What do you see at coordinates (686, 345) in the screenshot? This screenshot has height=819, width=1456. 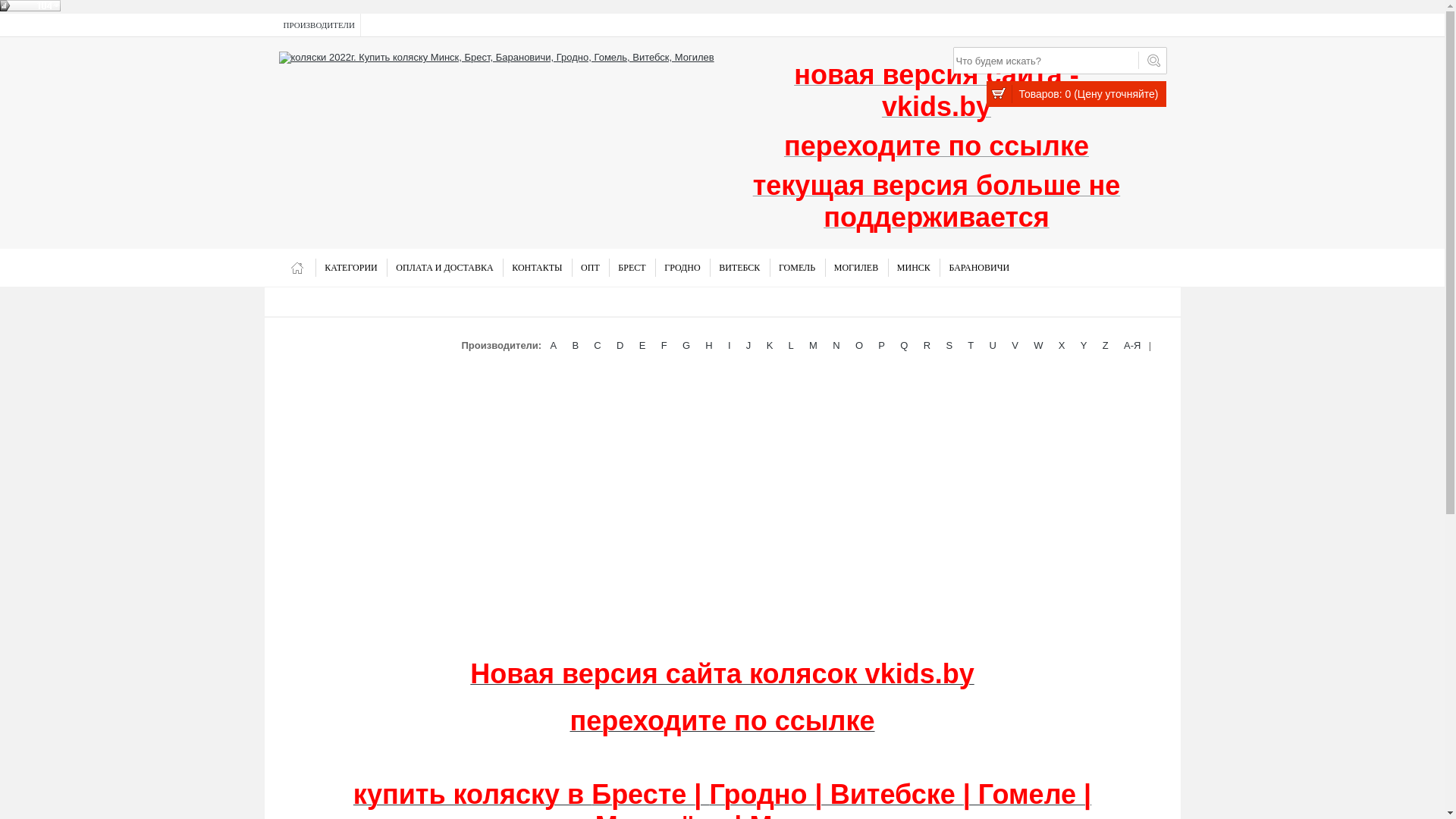 I see `'G'` at bounding box center [686, 345].